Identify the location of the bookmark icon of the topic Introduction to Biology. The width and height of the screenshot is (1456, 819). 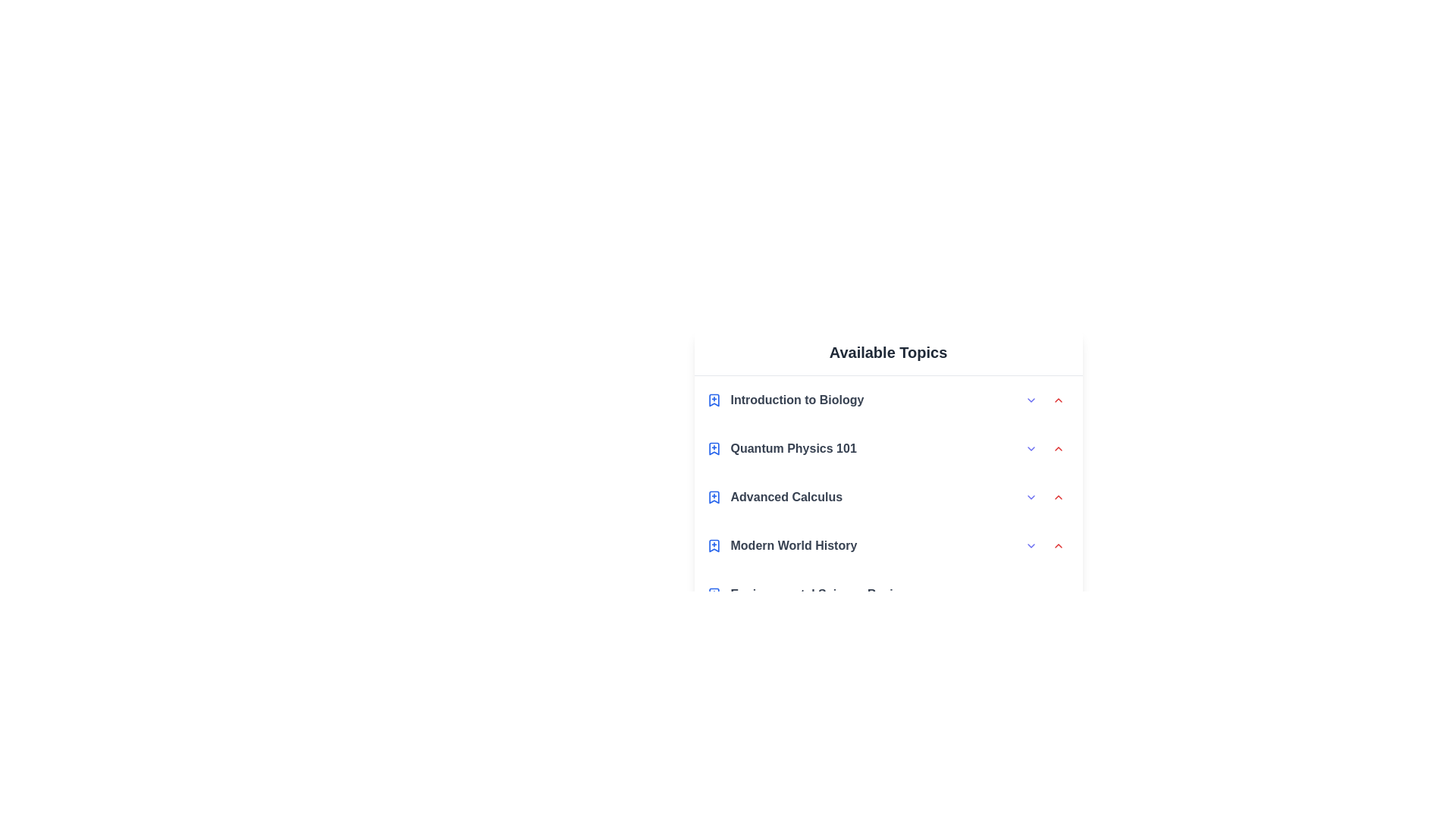
(713, 400).